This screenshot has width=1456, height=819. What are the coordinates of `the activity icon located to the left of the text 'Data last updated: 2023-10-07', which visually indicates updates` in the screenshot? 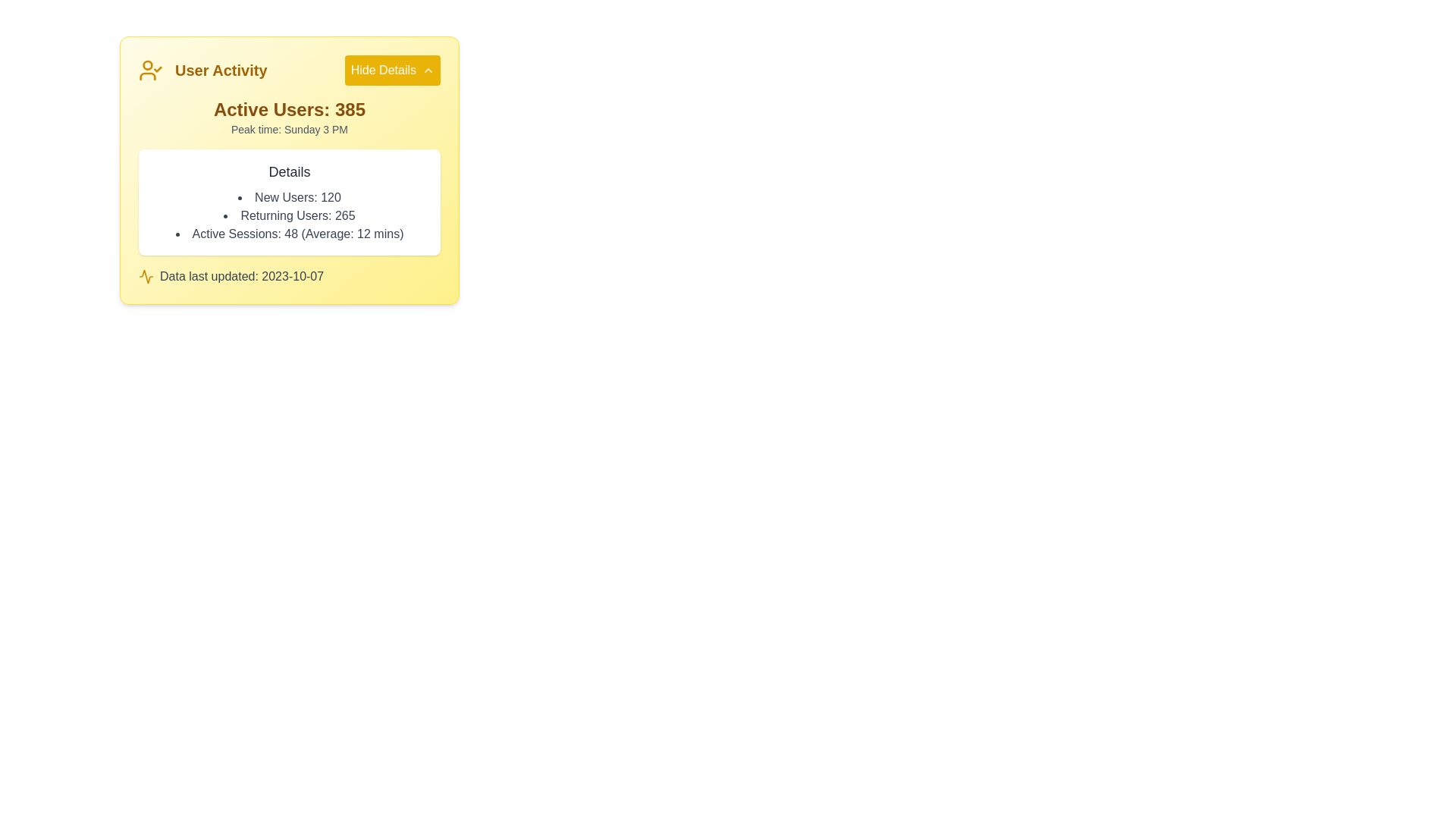 It's located at (146, 277).